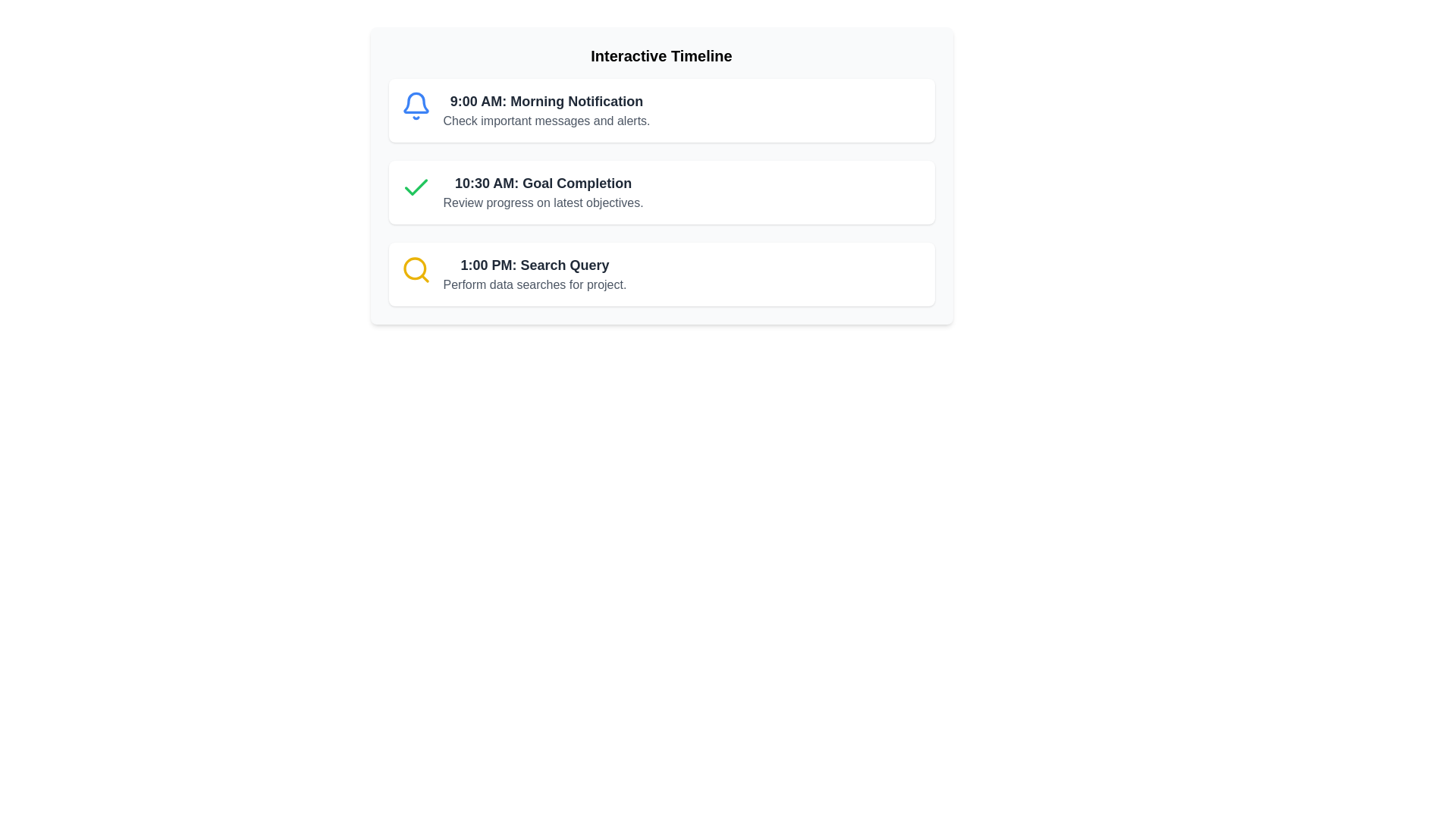 Image resolution: width=1456 pixels, height=819 pixels. I want to click on the static text element that reads 'Review progress on latest objectives.', which is styled in gray and is located below the title '10:30 AM: Goal Completion', so click(543, 202).